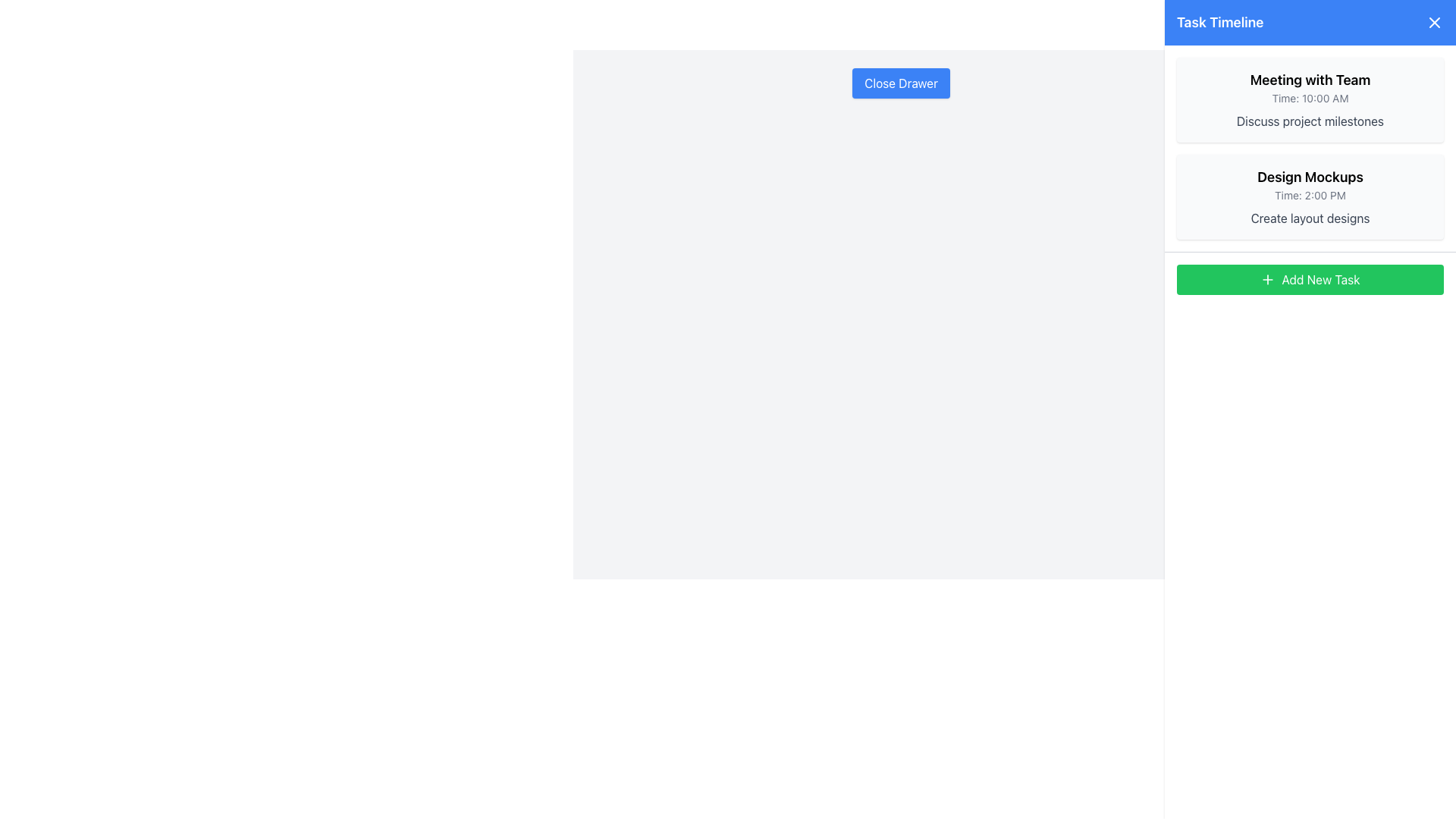 This screenshot has width=1456, height=819. I want to click on the time detail text for the 'Meeting with Team' activity in the task timeline, which is located beneath the section title and above the description, so click(1310, 99).